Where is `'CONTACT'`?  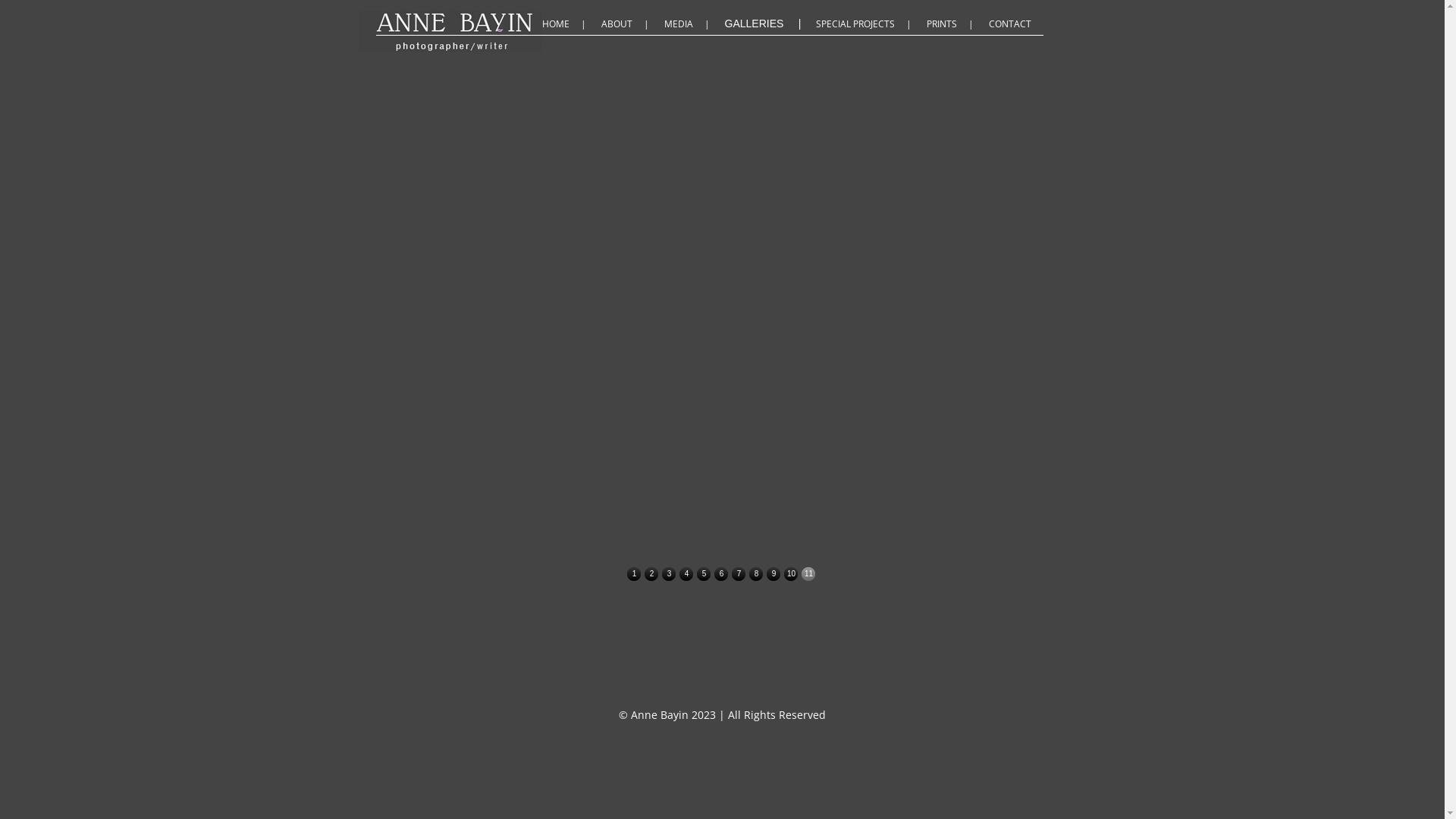 'CONTACT' is located at coordinates (1012, 24).